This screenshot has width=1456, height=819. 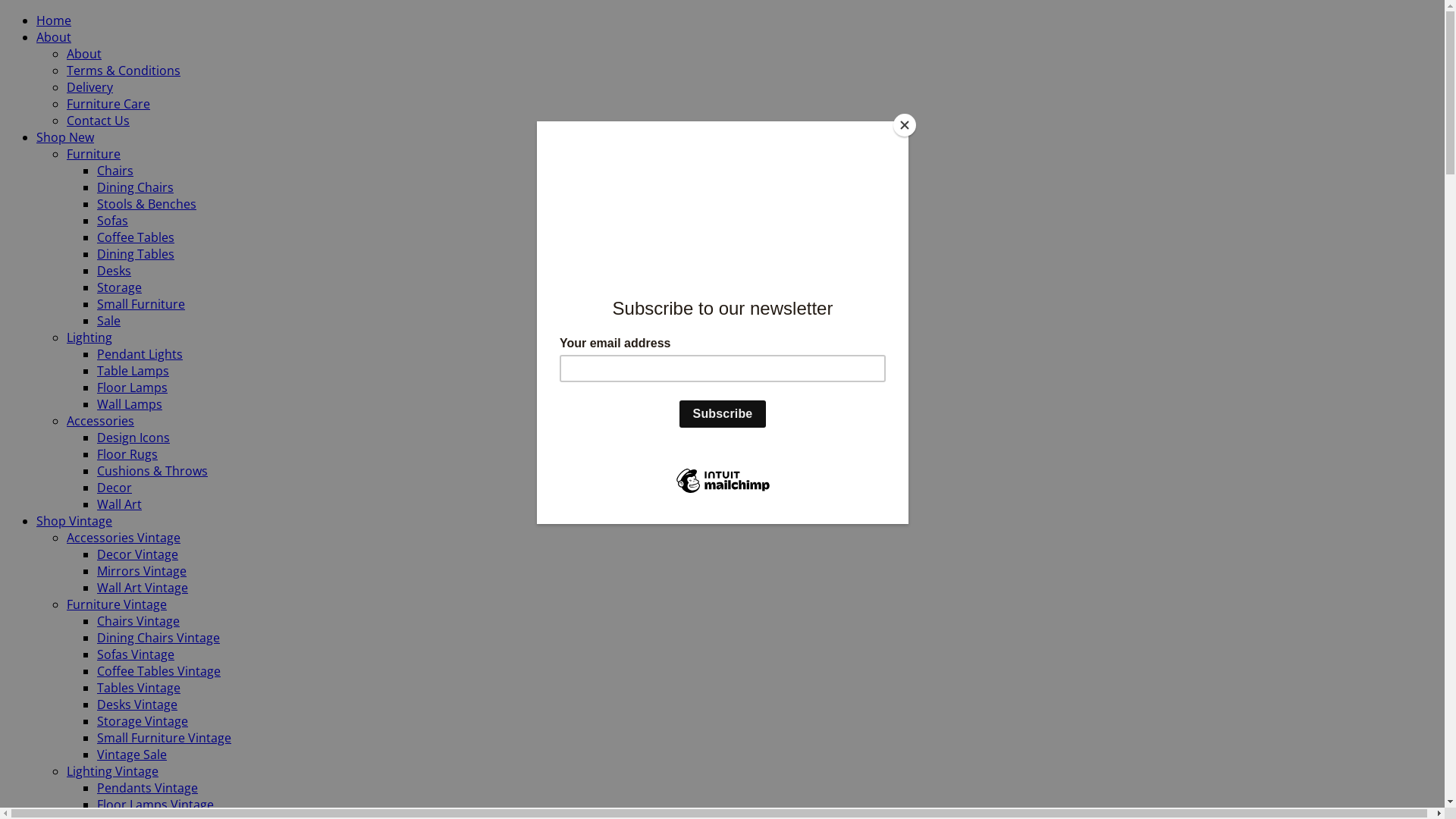 I want to click on 'Desks', so click(x=113, y=270).